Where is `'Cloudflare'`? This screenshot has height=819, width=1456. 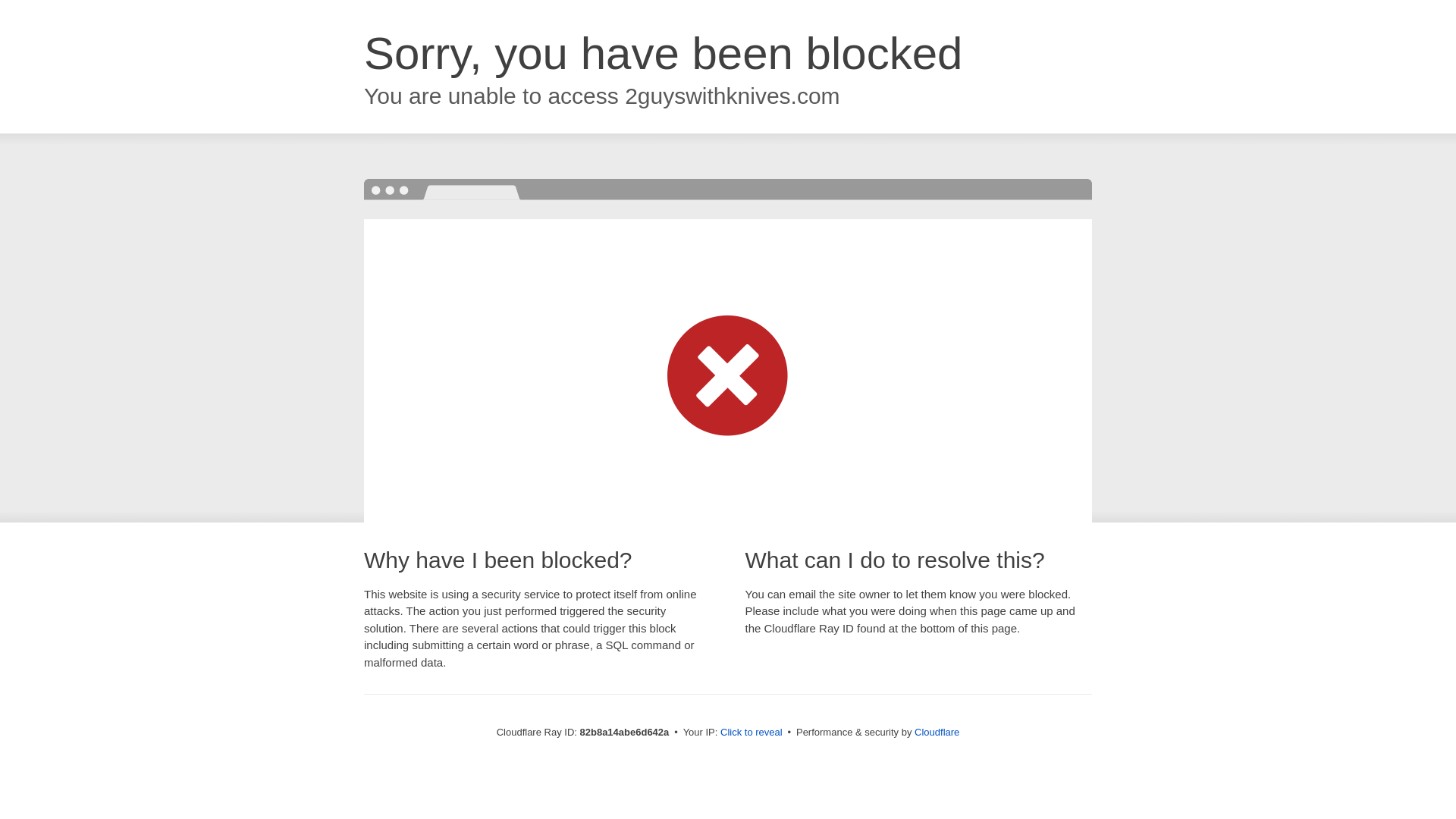 'Cloudflare' is located at coordinates (913, 731).